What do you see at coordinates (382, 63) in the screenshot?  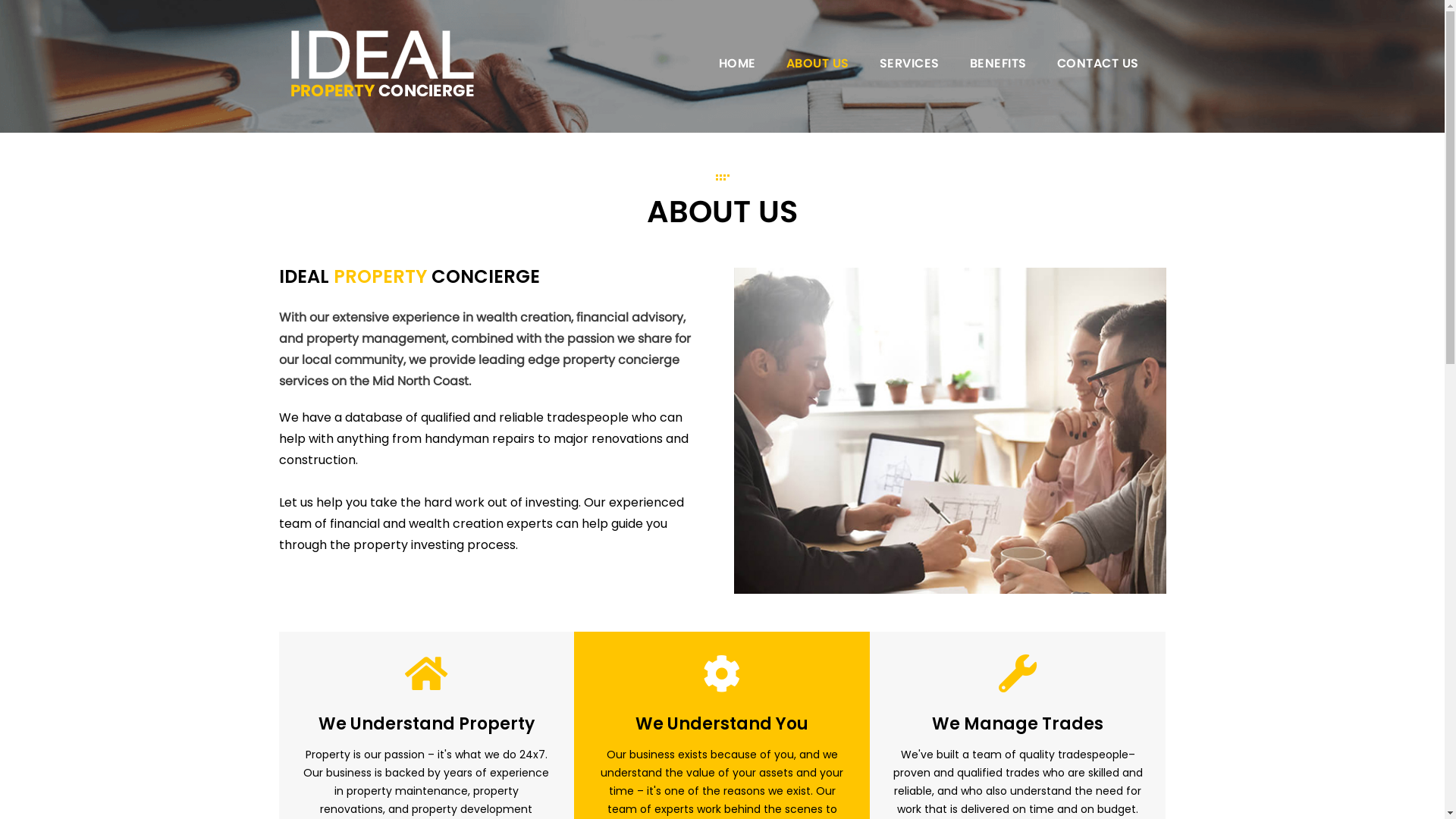 I see `'Ideal Property Concierge'` at bounding box center [382, 63].